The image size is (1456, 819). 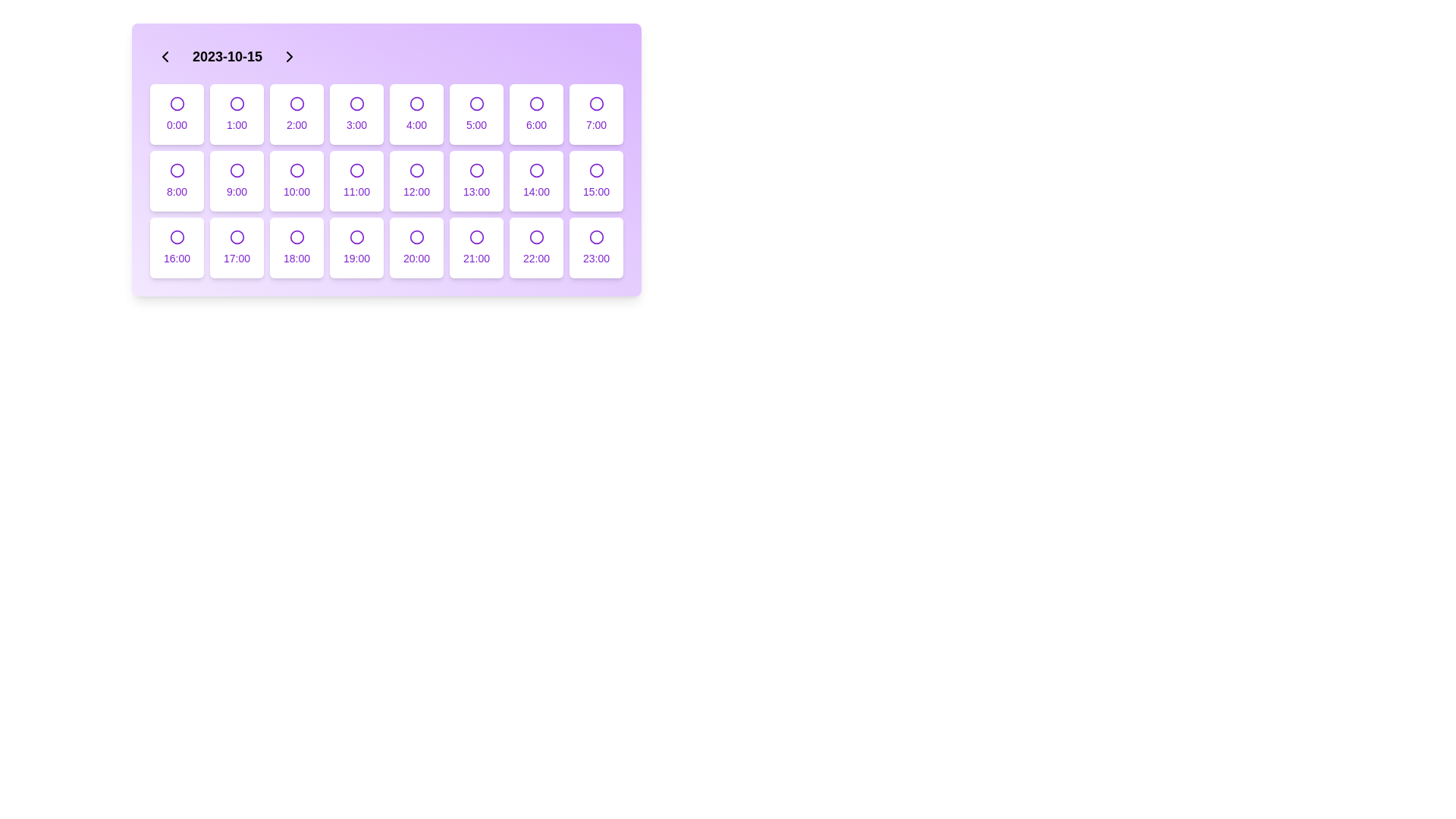 What do you see at coordinates (177, 170) in the screenshot?
I see `the circular icon for the 8:00 time slot in the schedule-like interface` at bounding box center [177, 170].